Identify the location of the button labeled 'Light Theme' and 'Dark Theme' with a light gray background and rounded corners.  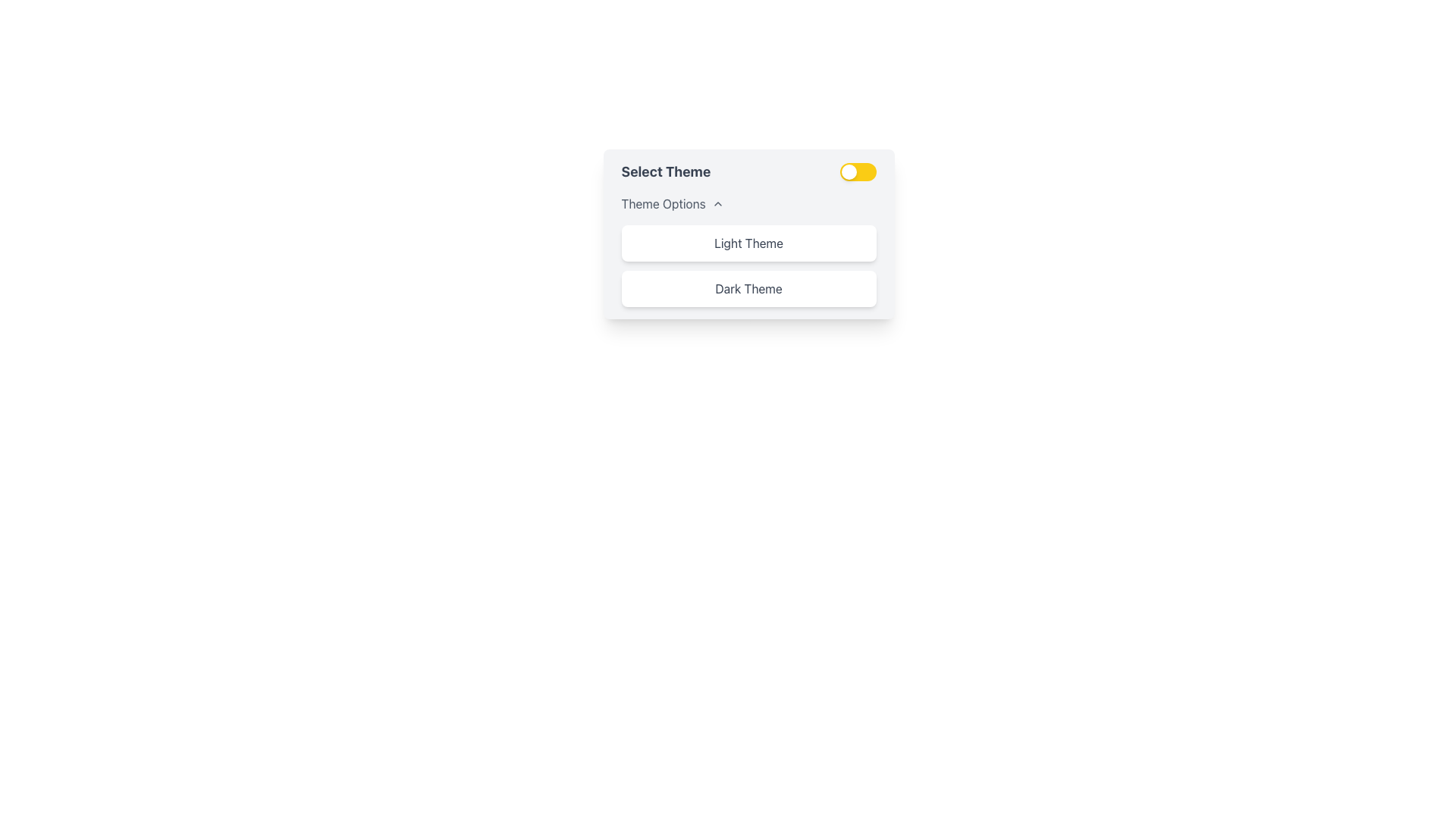
(748, 234).